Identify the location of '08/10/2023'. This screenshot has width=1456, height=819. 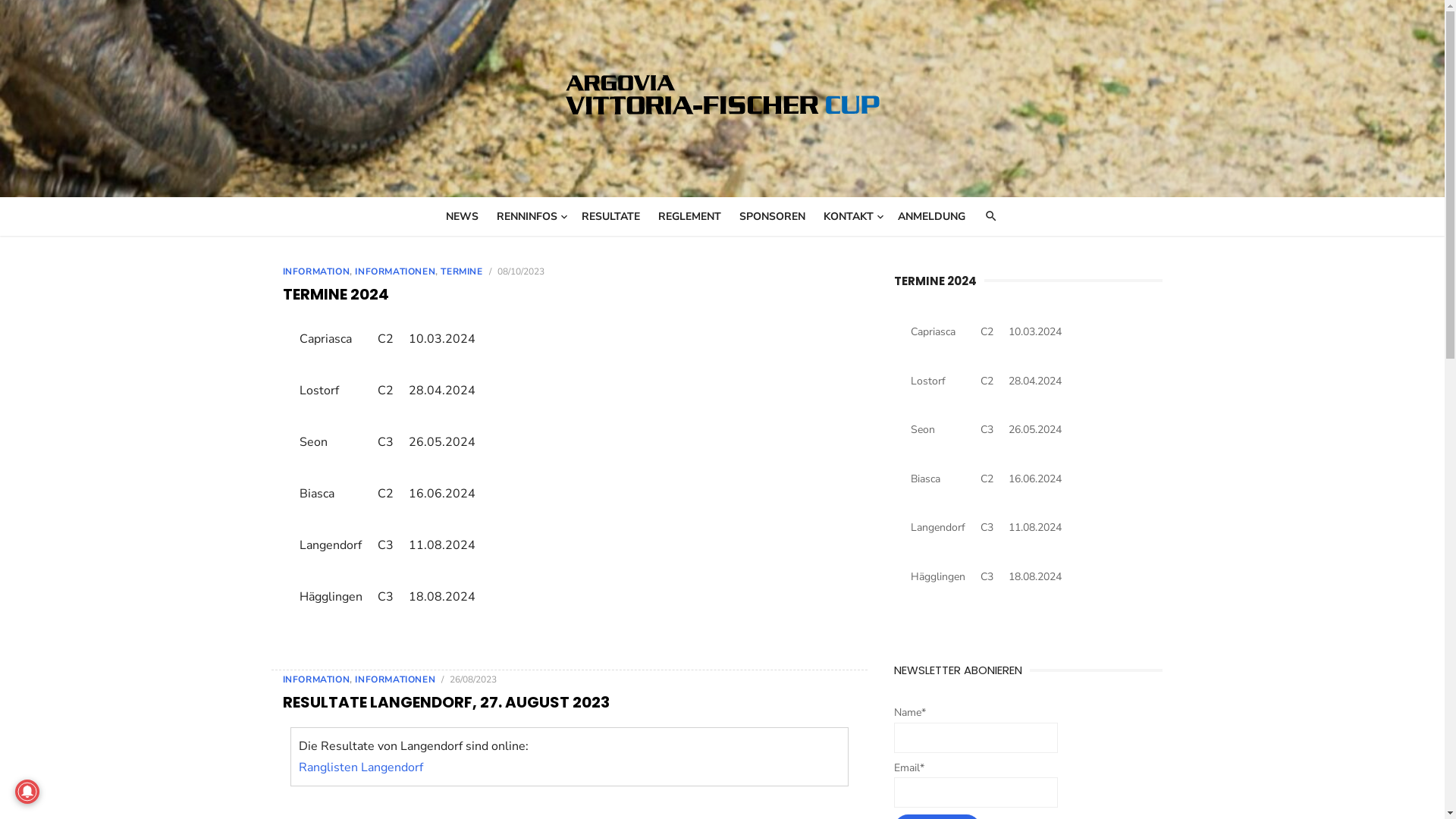
(520, 271).